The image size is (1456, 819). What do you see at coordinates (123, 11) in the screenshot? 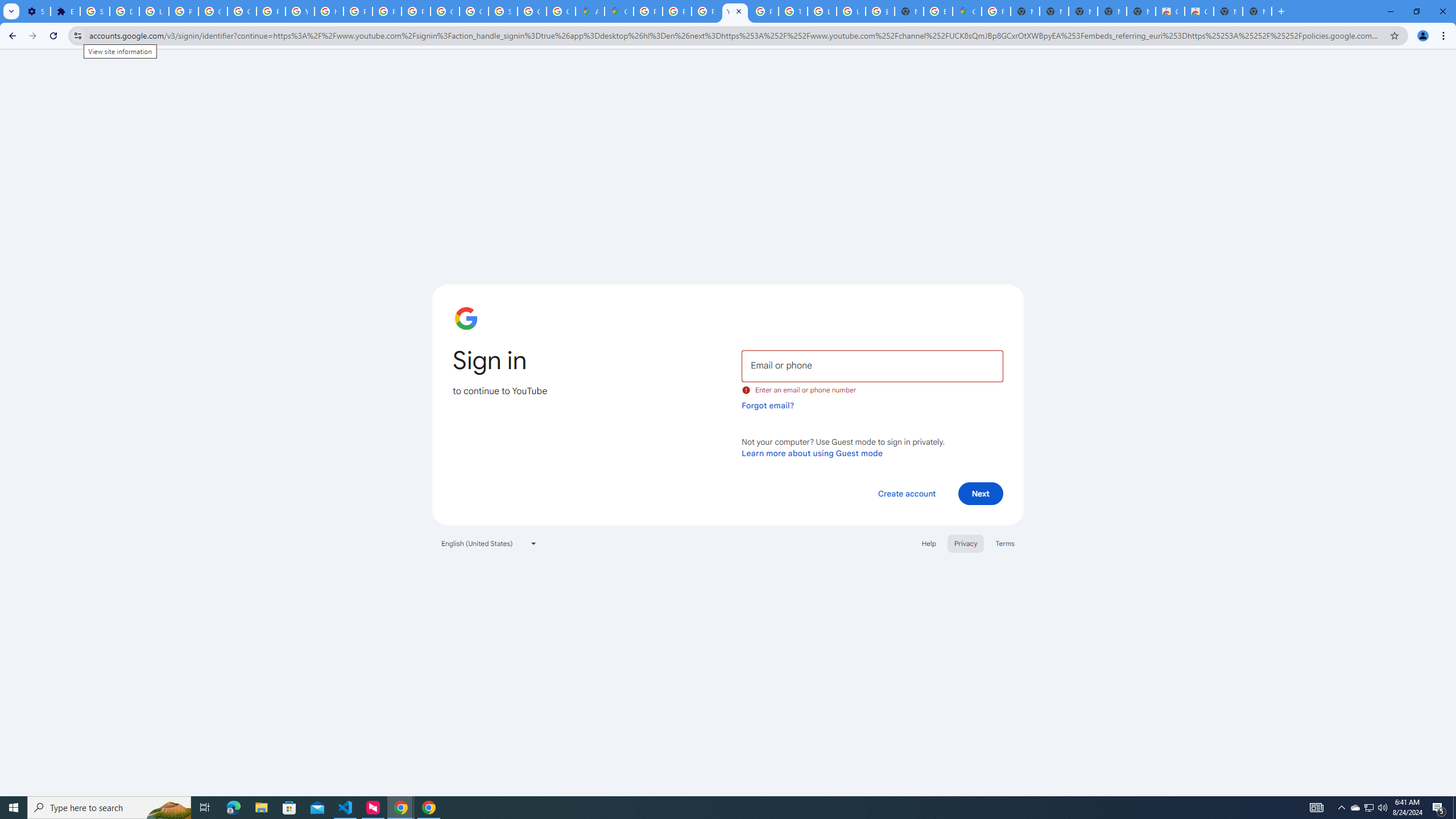
I see `'Delete photos & videos - Computer - Google Photos Help'` at bounding box center [123, 11].